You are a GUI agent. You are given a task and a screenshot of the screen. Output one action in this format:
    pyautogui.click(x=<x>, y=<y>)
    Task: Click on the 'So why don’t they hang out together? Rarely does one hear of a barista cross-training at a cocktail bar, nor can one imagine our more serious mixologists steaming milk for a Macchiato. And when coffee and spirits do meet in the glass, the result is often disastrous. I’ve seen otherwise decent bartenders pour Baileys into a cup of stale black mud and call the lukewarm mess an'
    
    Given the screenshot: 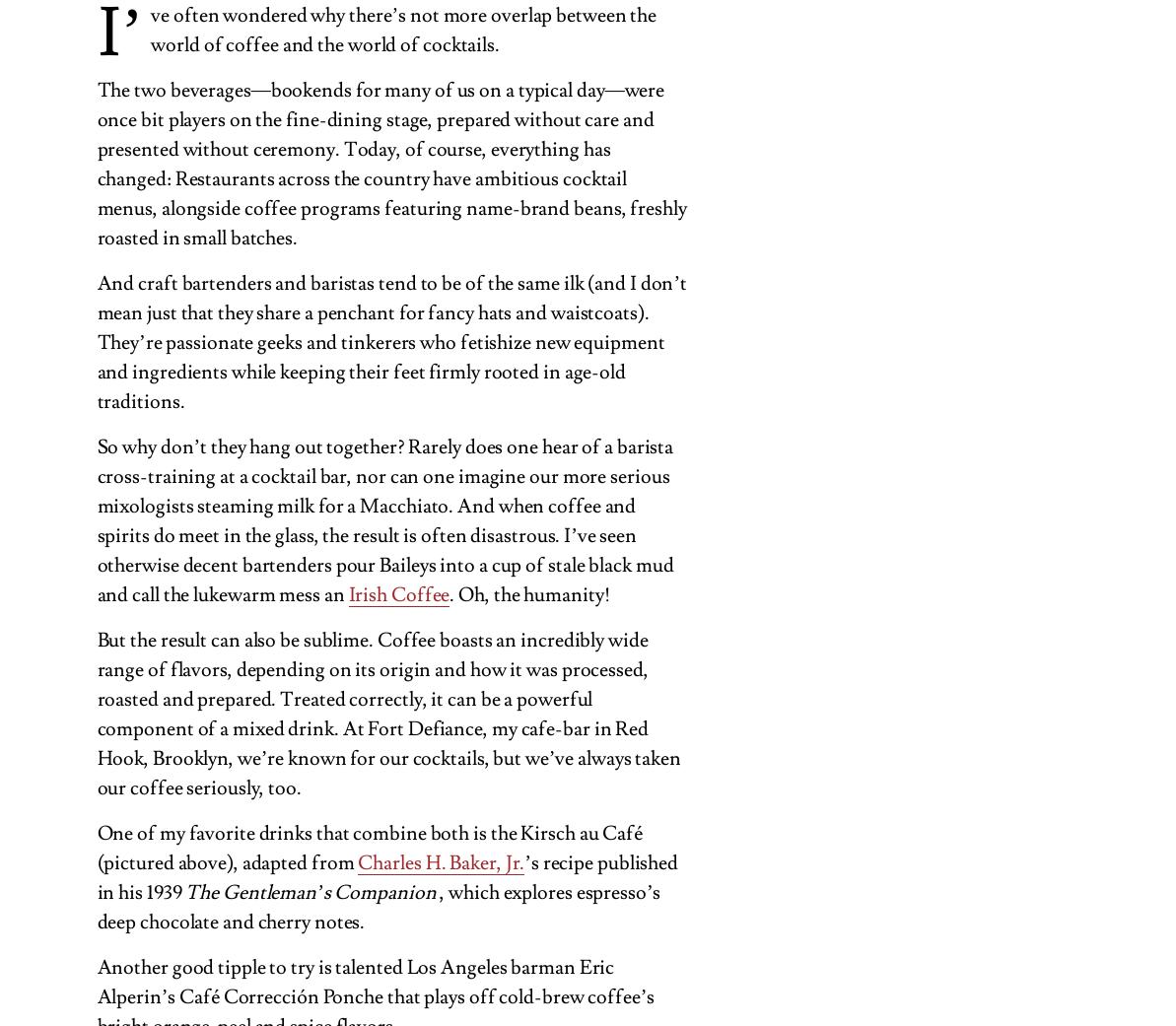 What is the action you would take?
    pyautogui.click(x=383, y=519)
    